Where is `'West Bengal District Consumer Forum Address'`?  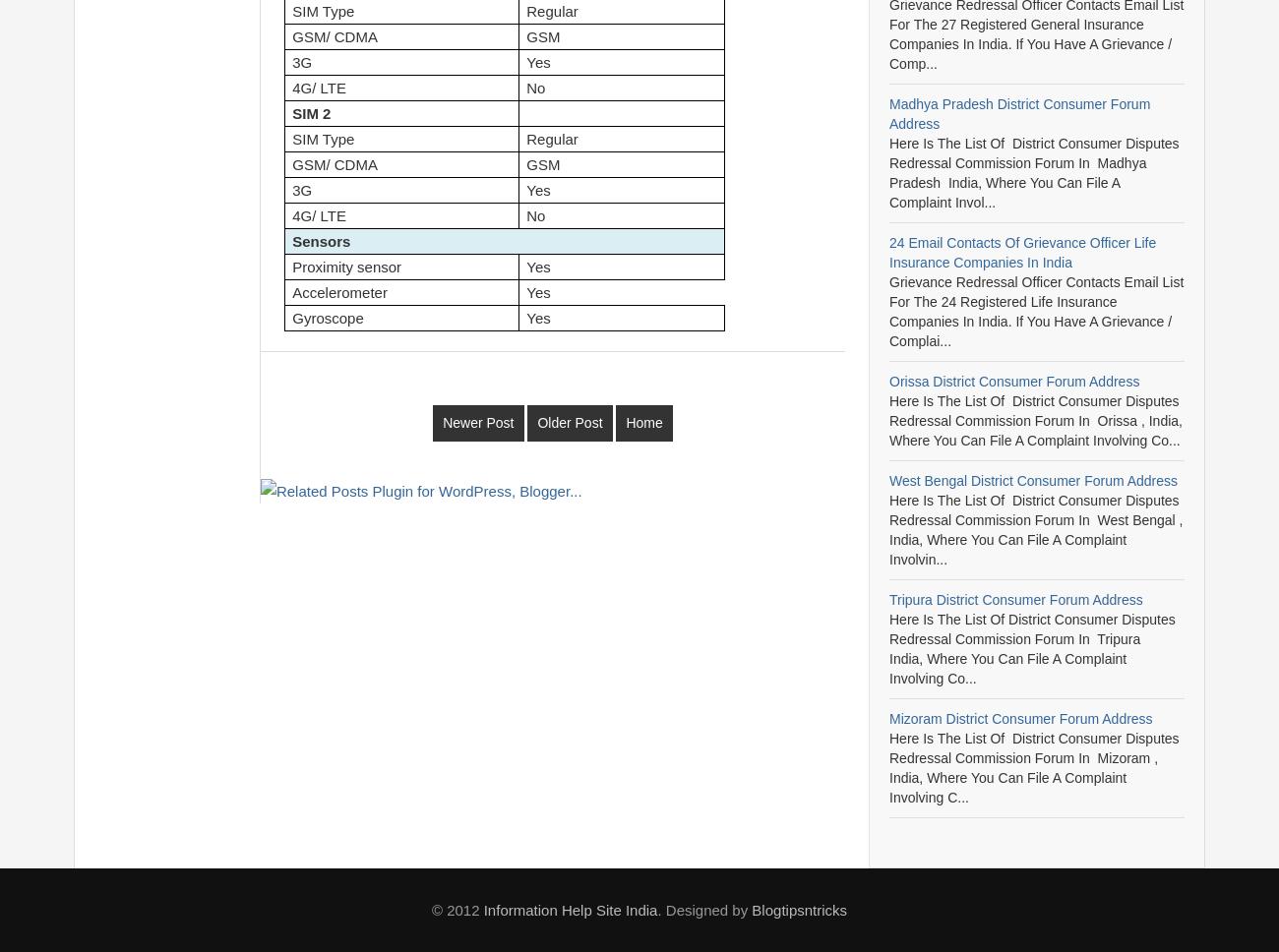 'West Bengal District Consumer Forum Address' is located at coordinates (1033, 481).